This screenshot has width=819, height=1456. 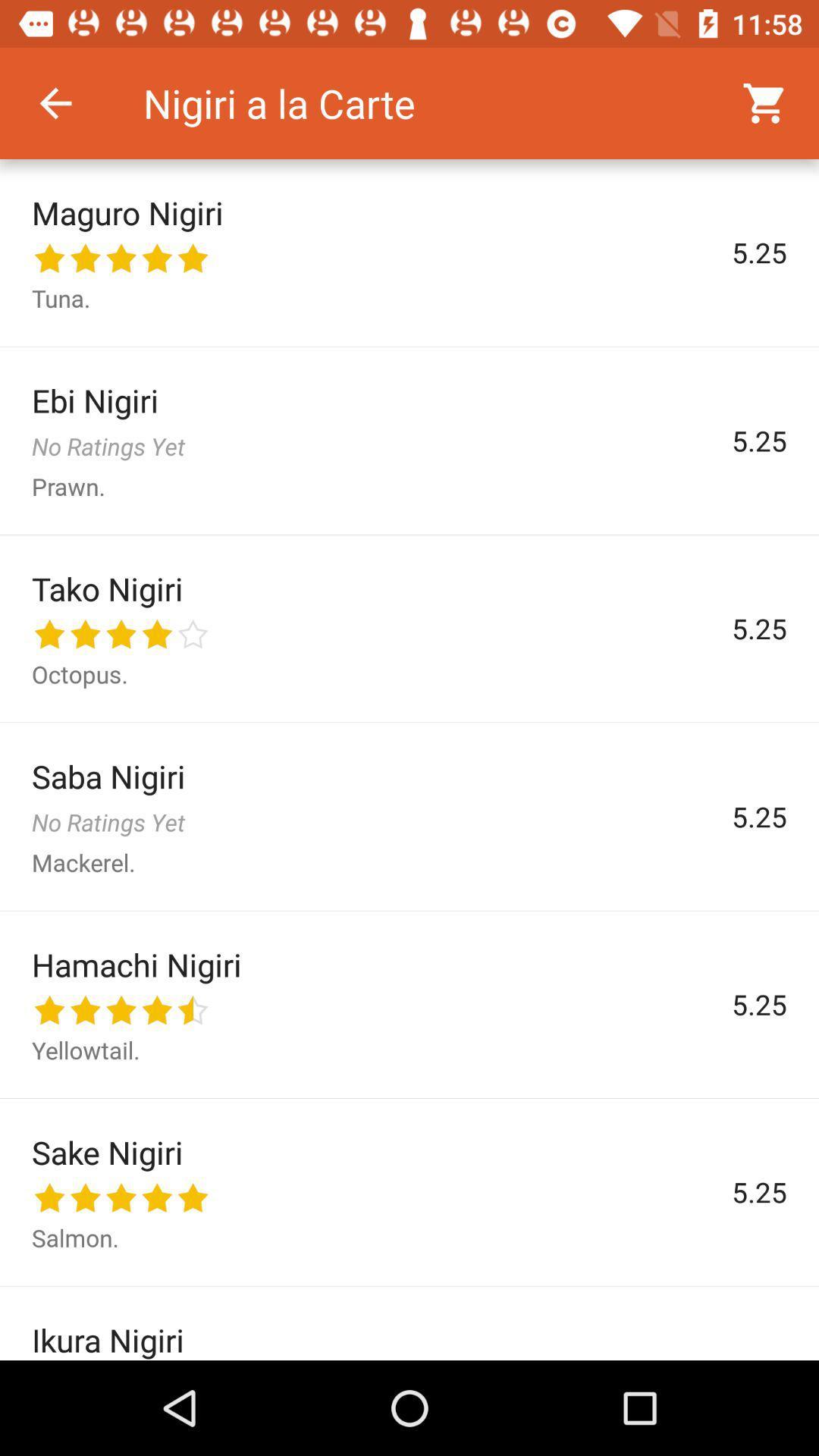 I want to click on item to the left of the nigiri a la item, so click(x=55, y=102).